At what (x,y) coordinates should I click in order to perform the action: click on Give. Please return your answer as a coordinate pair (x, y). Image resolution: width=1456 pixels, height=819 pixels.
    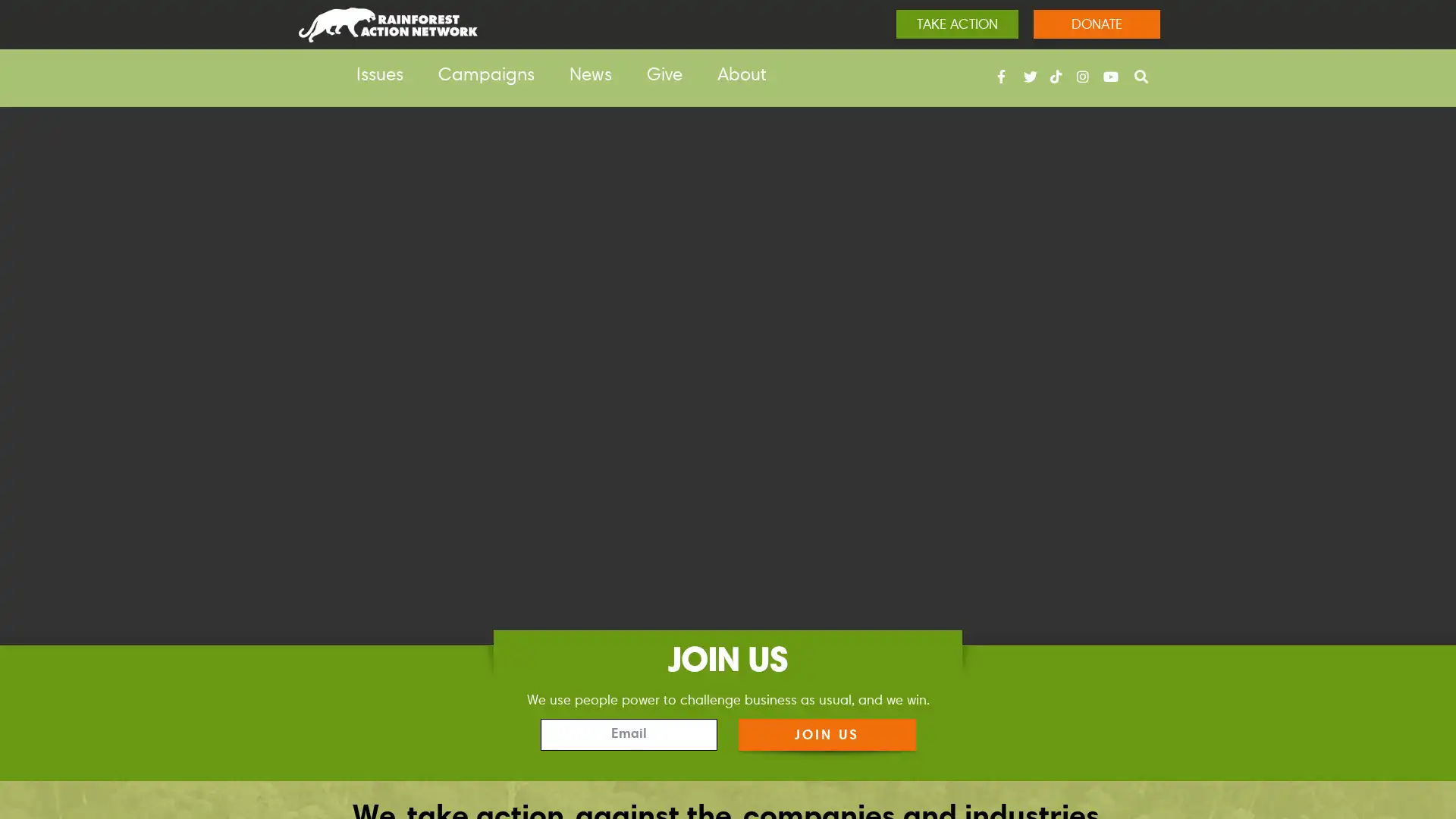
    Looking at the image, I should click on (664, 76).